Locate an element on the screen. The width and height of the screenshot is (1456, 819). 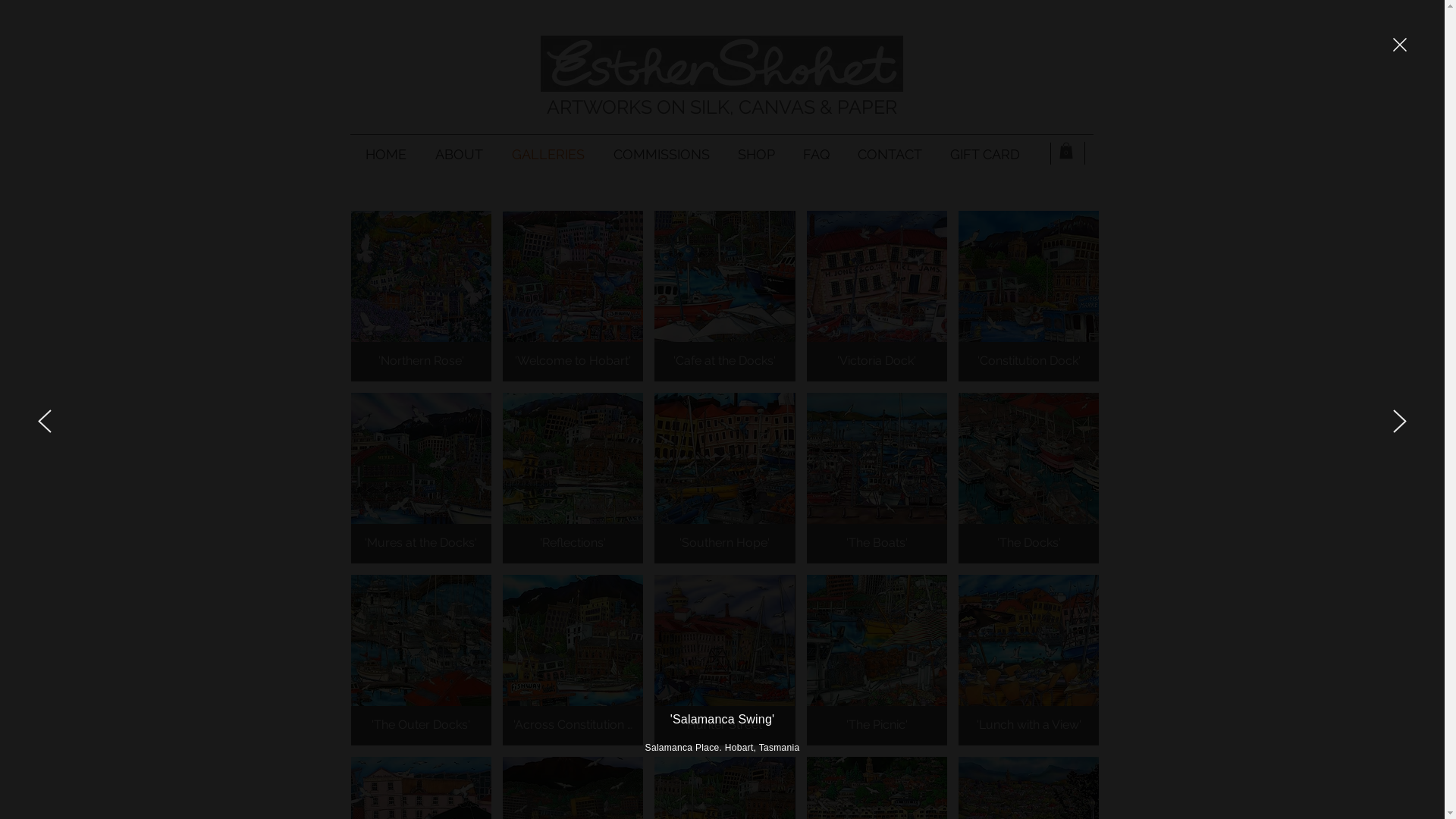
'SHOP' is located at coordinates (723, 154).